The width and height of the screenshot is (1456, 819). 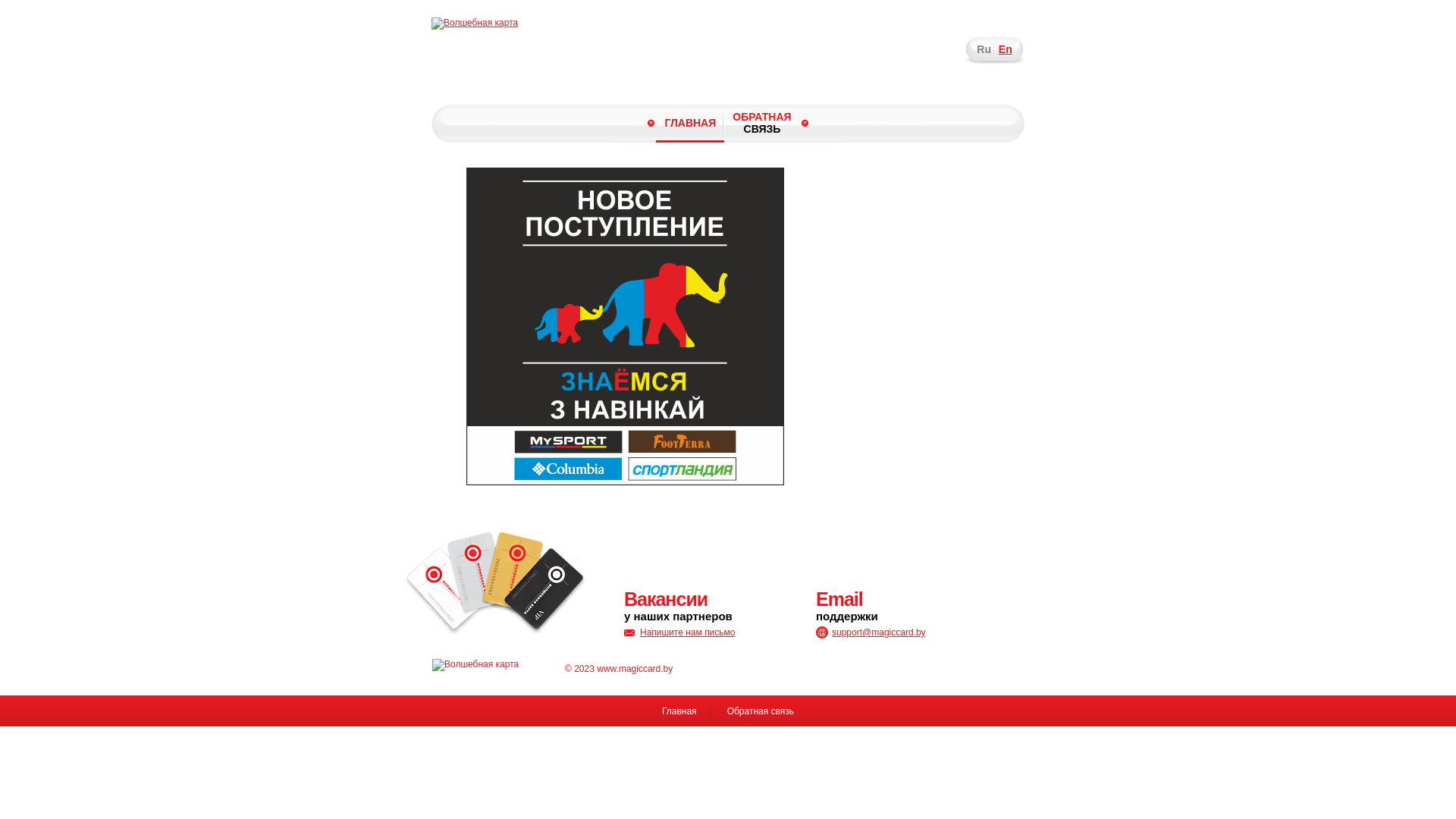 What do you see at coordinates (1005, 49) in the screenshot?
I see `'En'` at bounding box center [1005, 49].